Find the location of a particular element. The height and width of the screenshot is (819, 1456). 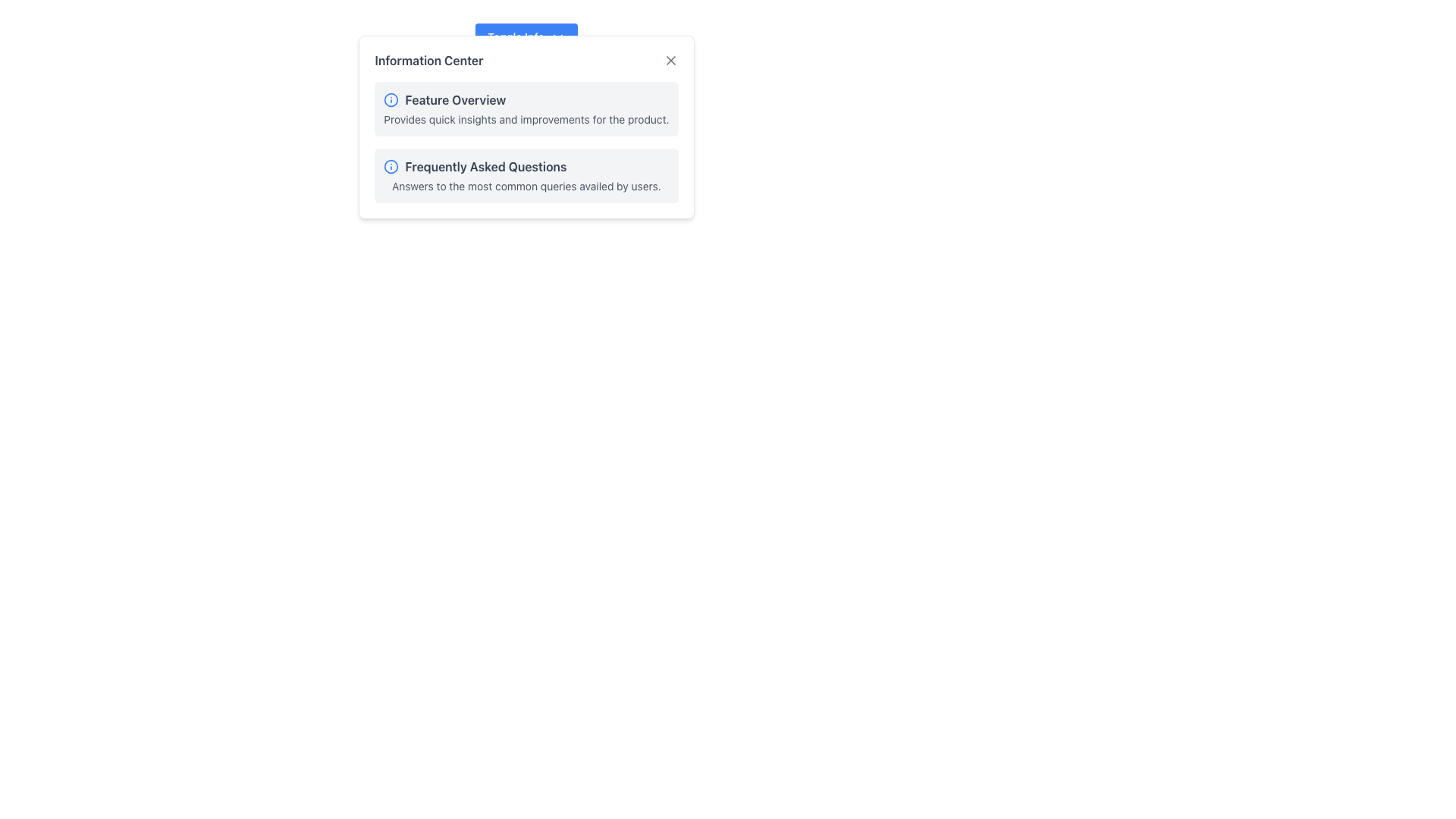

the Chevron icon located to the right side of the 'Toggle Info' button is located at coordinates (557, 36).